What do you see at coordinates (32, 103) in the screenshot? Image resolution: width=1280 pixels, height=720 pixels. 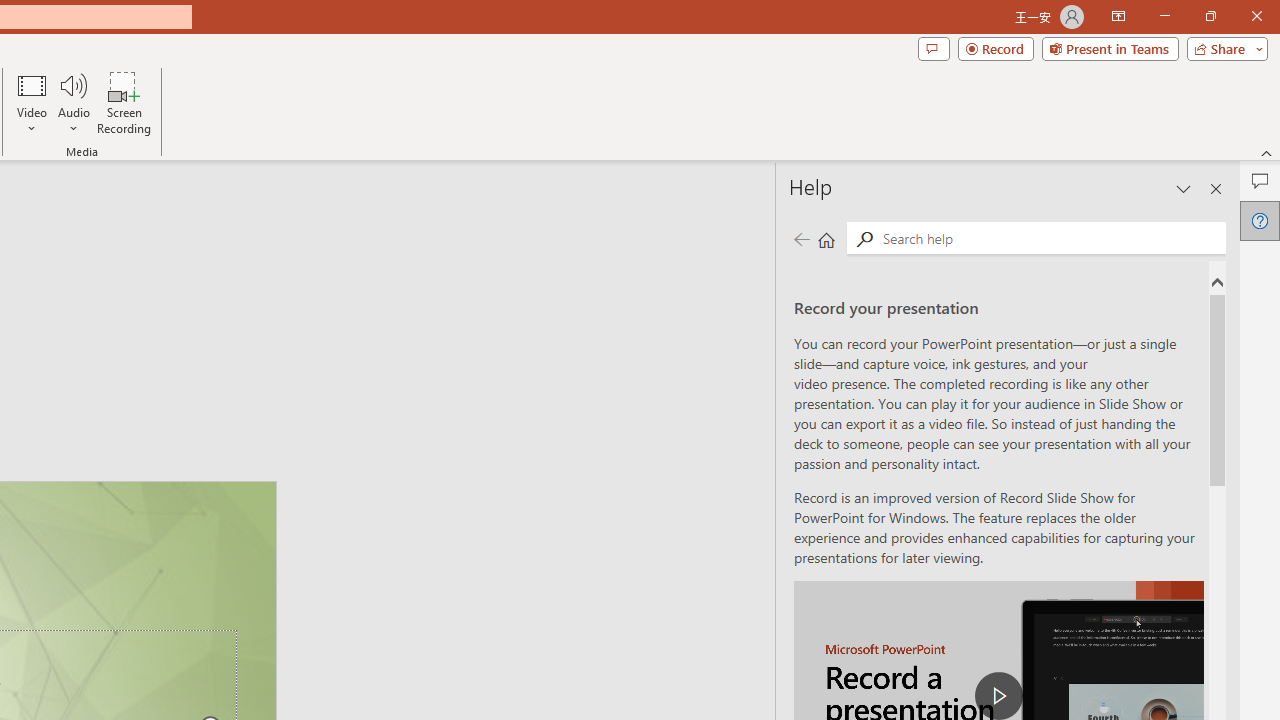 I see `'Video'` at bounding box center [32, 103].